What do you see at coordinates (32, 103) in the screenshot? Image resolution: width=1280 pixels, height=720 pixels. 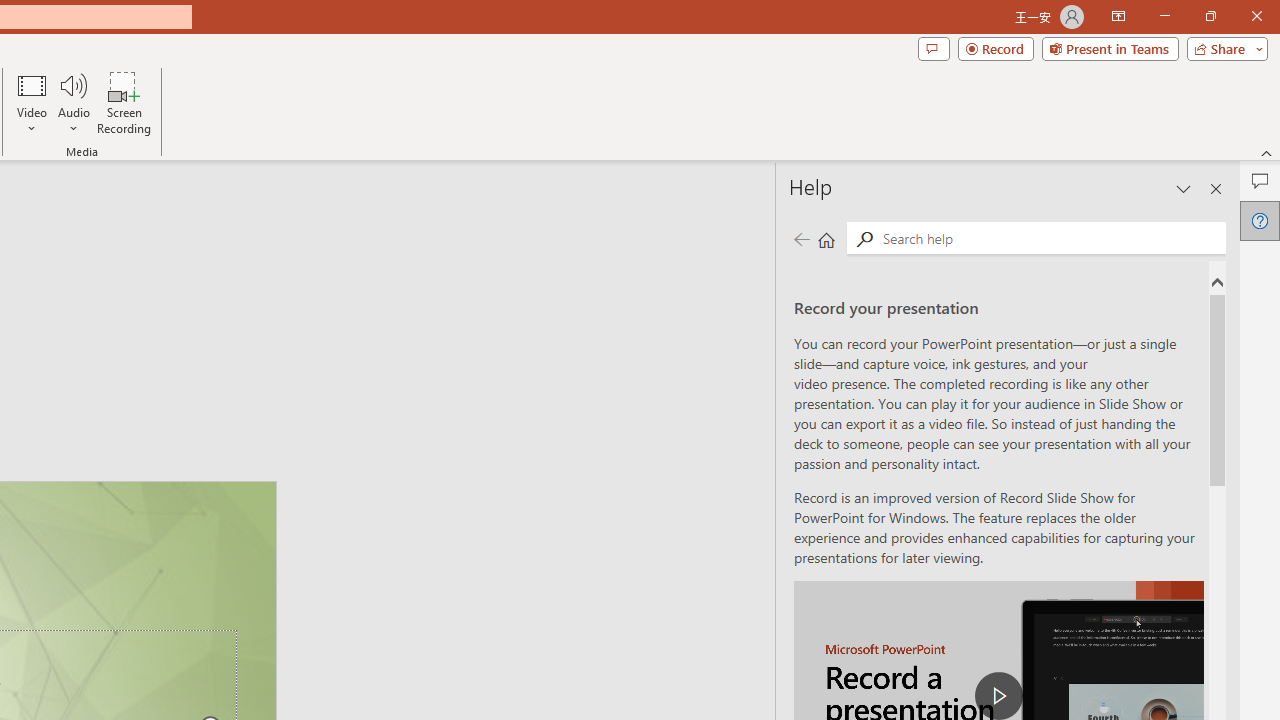 I see `'Video'` at bounding box center [32, 103].